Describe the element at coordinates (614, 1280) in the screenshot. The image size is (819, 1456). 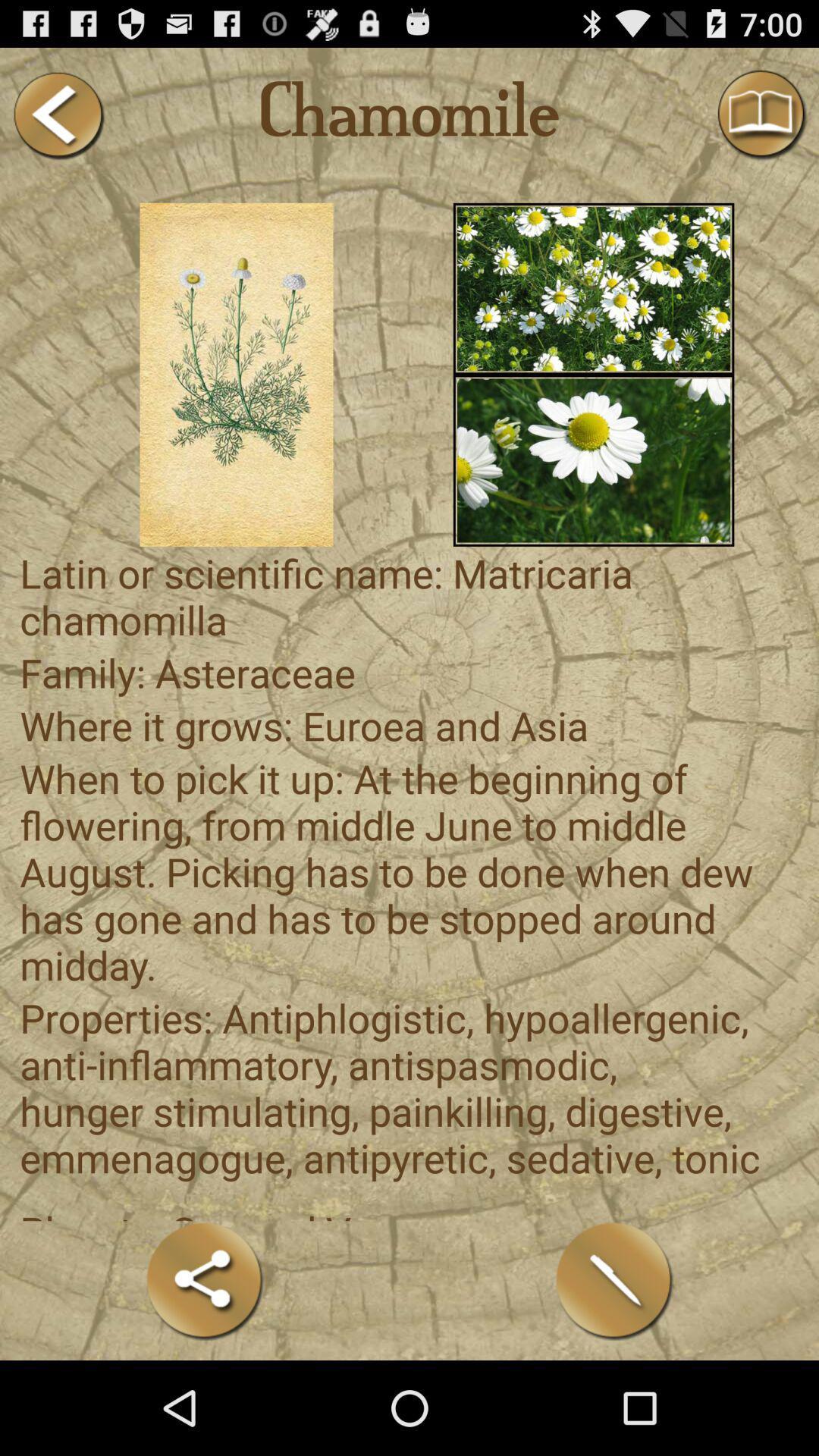
I see `the item below the planets sun and icon` at that location.